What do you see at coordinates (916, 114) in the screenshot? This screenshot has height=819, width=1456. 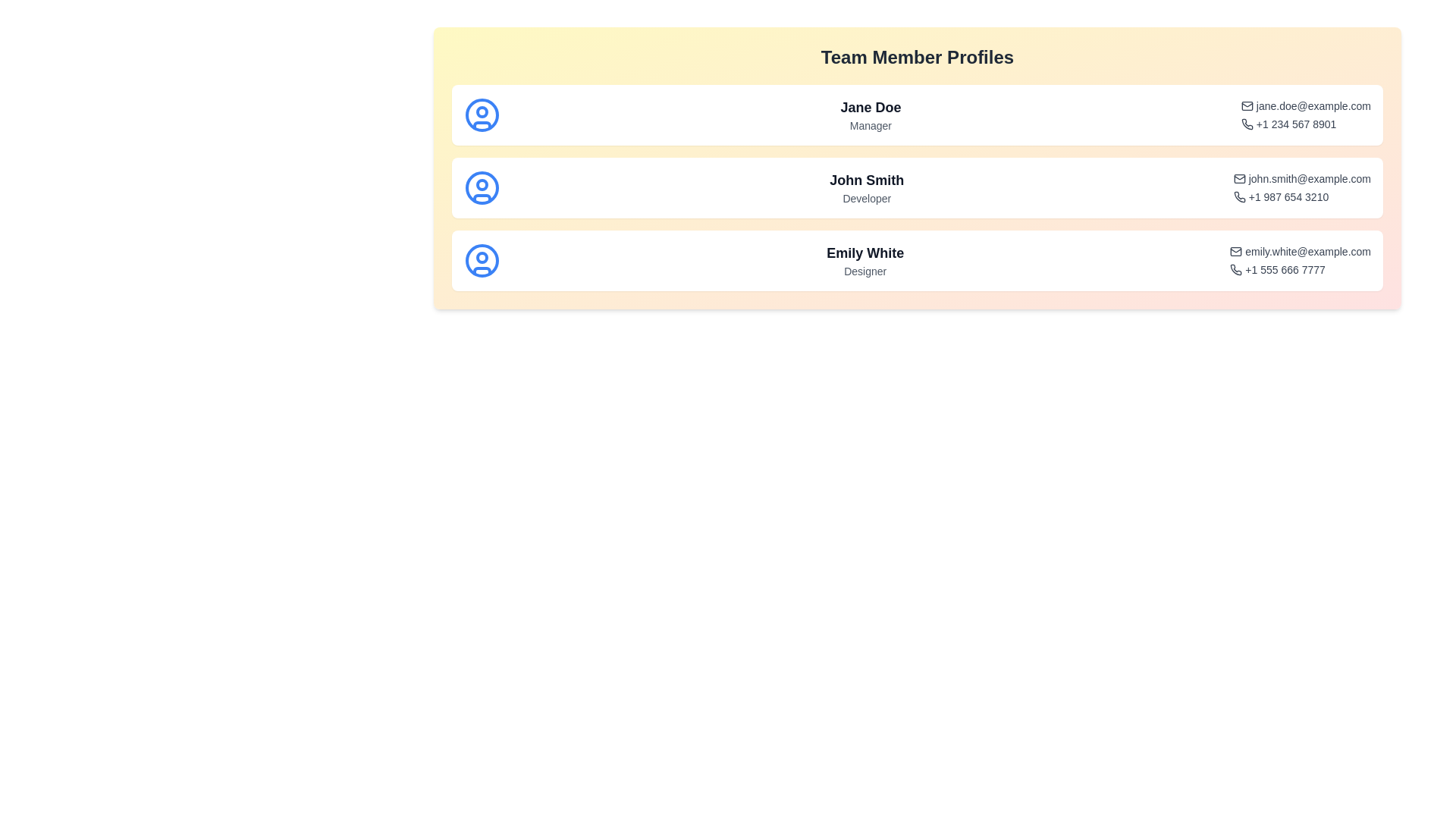 I see `the profile entry corresponding to Jane Doe` at bounding box center [916, 114].